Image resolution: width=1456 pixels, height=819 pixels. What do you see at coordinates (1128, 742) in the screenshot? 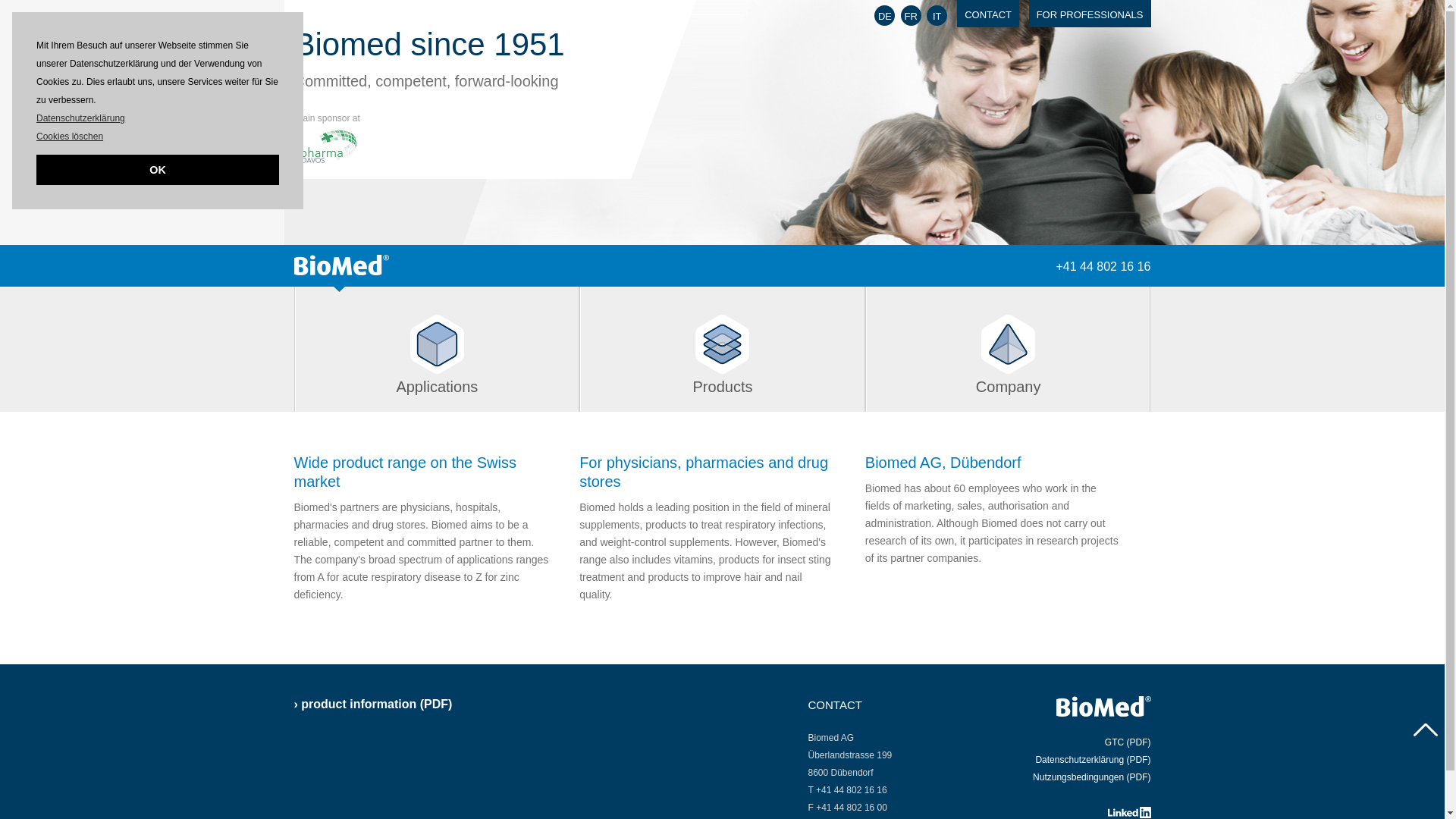
I see `'GTC (PDF)'` at bounding box center [1128, 742].